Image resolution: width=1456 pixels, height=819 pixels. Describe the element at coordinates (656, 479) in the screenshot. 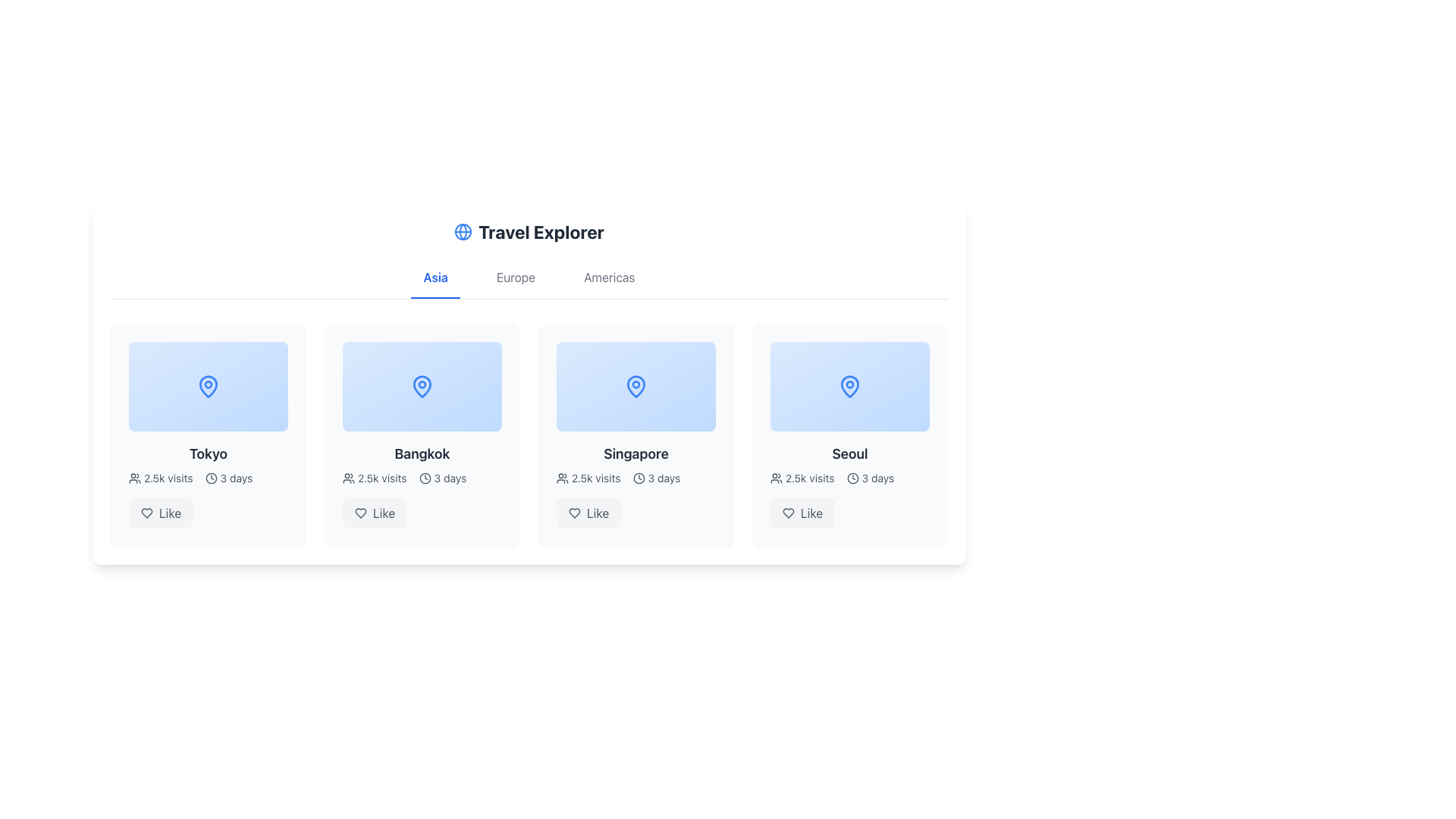

I see `informational UI component displaying the duration '3 days', which includes a clock icon and is located beneath the title 'Singapore' and aligned with '2.5k visits'` at that location.